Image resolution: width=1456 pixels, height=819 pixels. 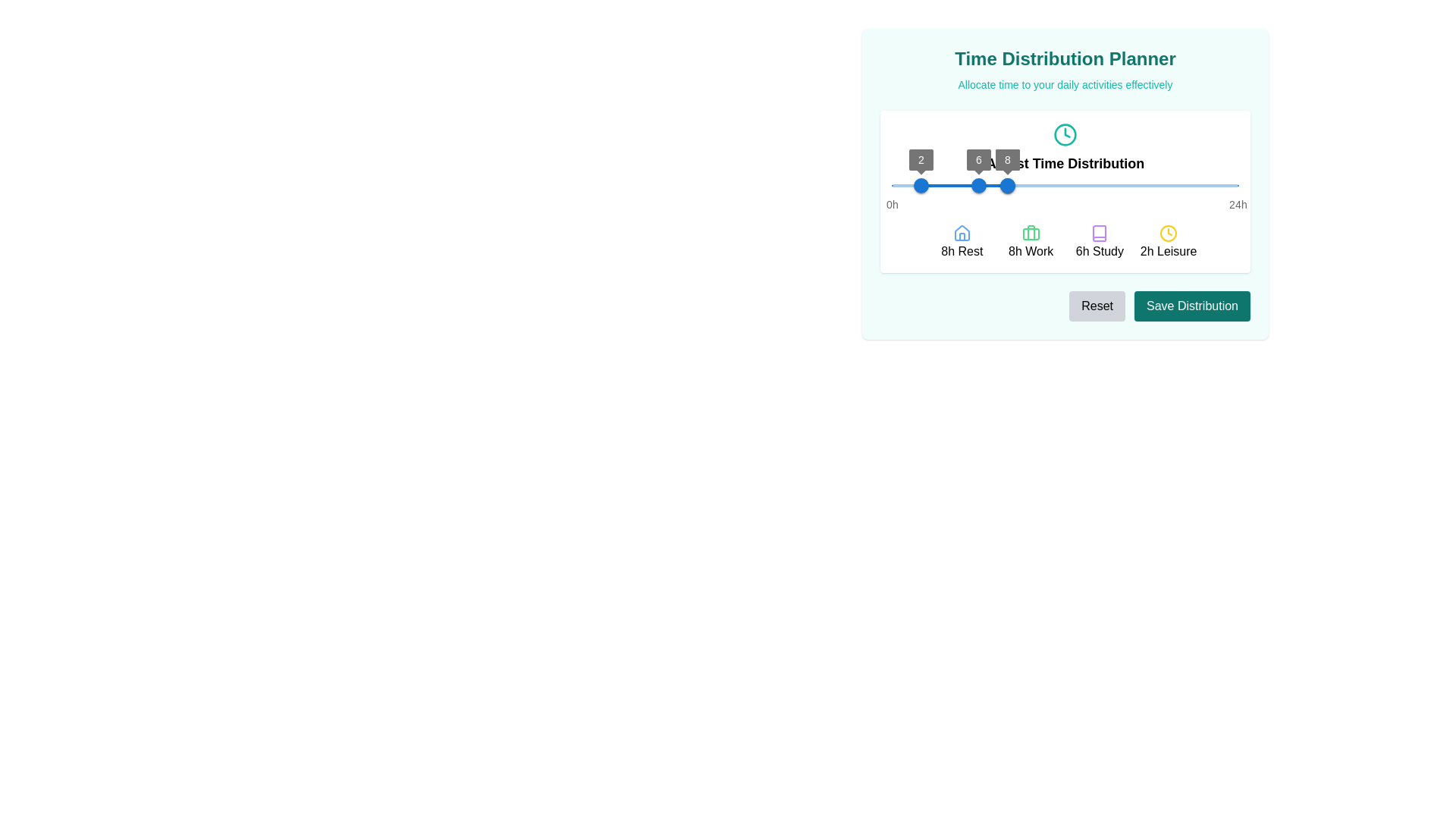 I want to click on the circular bubble labeled '2' which indicates the value on the blue timeline slider in the 'Time Distribution Planner' interface, so click(x=920, y=160).